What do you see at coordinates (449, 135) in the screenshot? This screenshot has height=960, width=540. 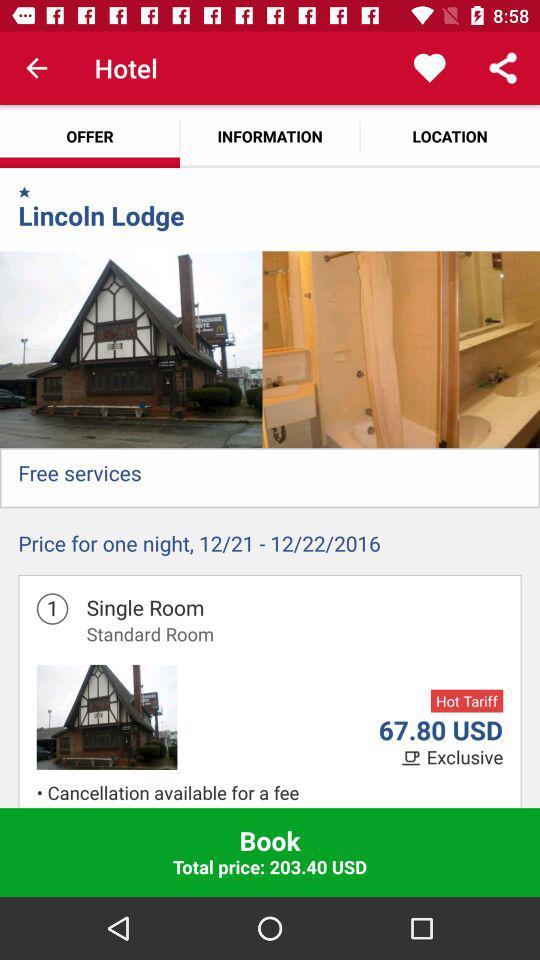 I see `the location` at bounding box center [449, 135].